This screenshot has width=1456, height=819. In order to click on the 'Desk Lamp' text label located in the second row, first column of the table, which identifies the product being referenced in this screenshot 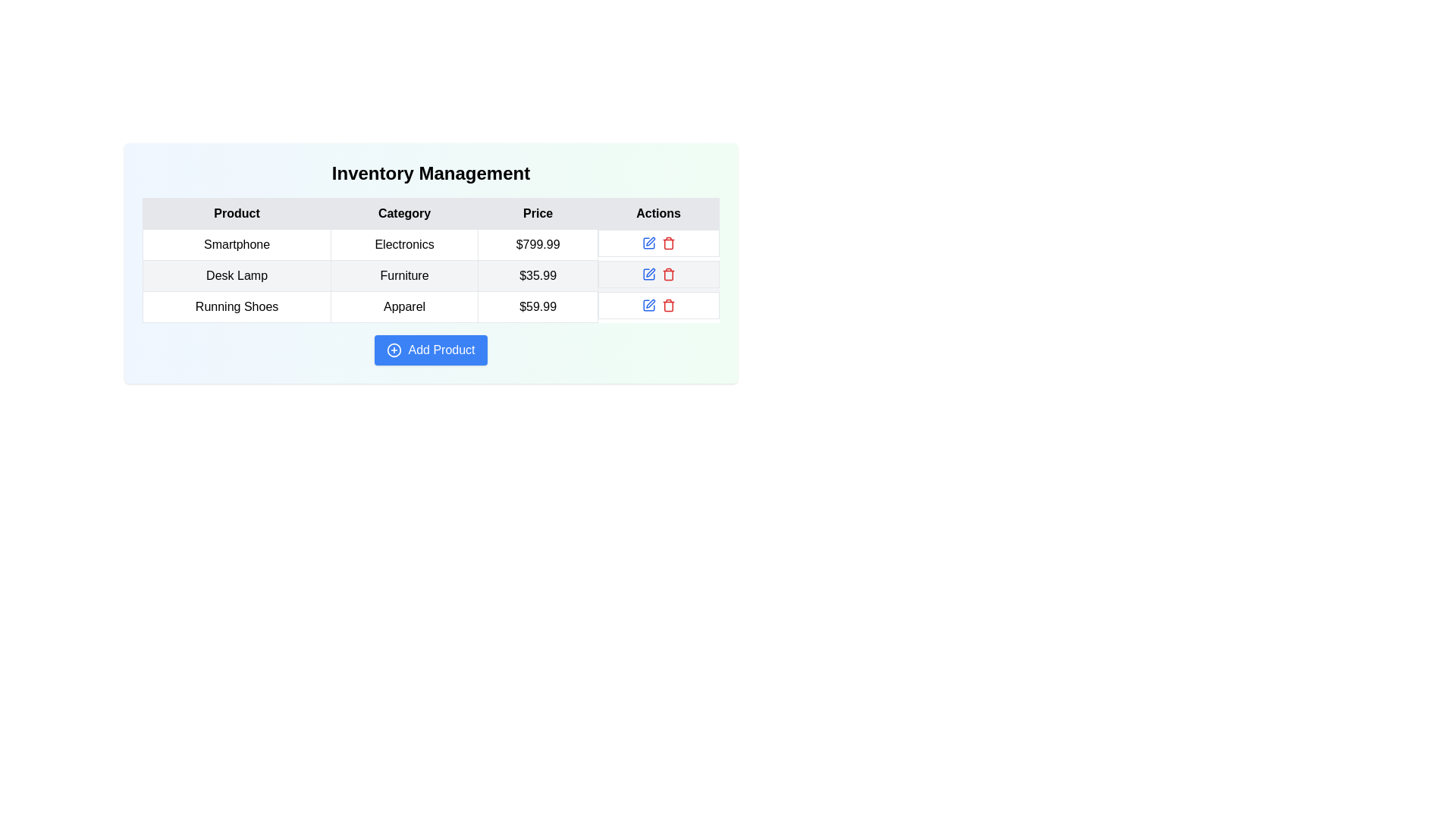, I will do `click(236, 275)`.